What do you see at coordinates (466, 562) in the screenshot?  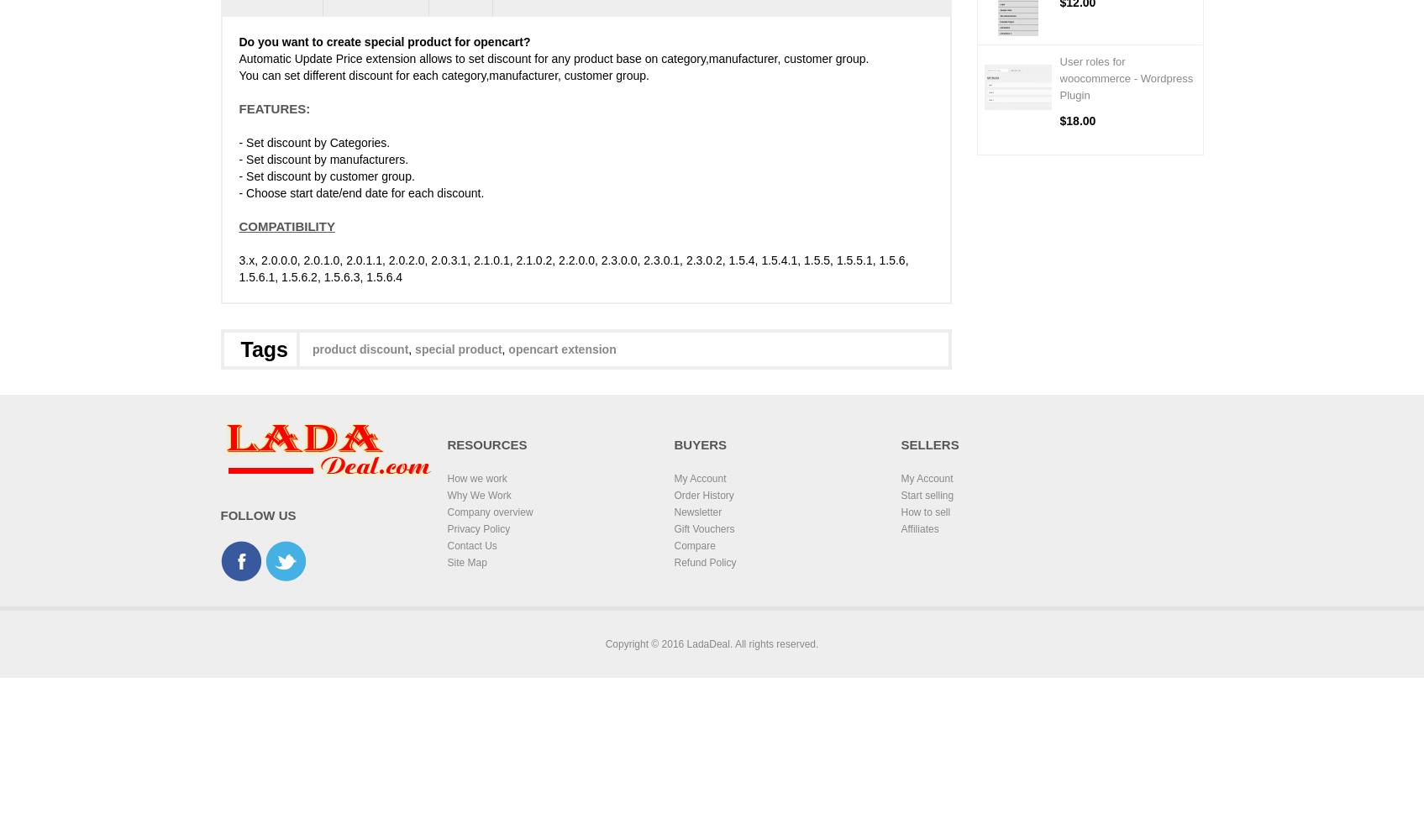 I see `'Site Map'` at bounding box center [466, 562].